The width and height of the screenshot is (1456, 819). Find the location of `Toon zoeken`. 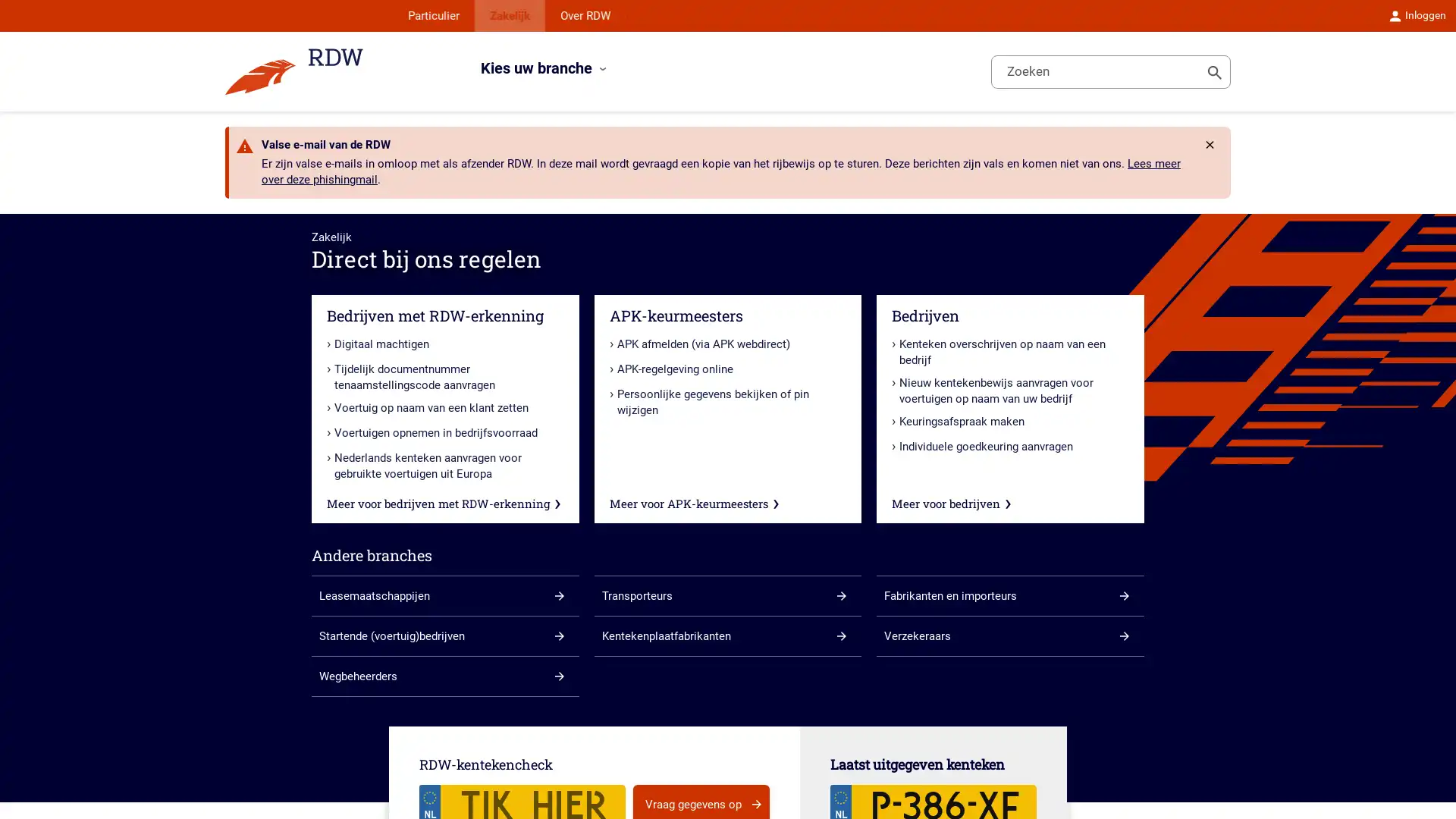

Toon zoeken is located at coordinates (1214, 72).